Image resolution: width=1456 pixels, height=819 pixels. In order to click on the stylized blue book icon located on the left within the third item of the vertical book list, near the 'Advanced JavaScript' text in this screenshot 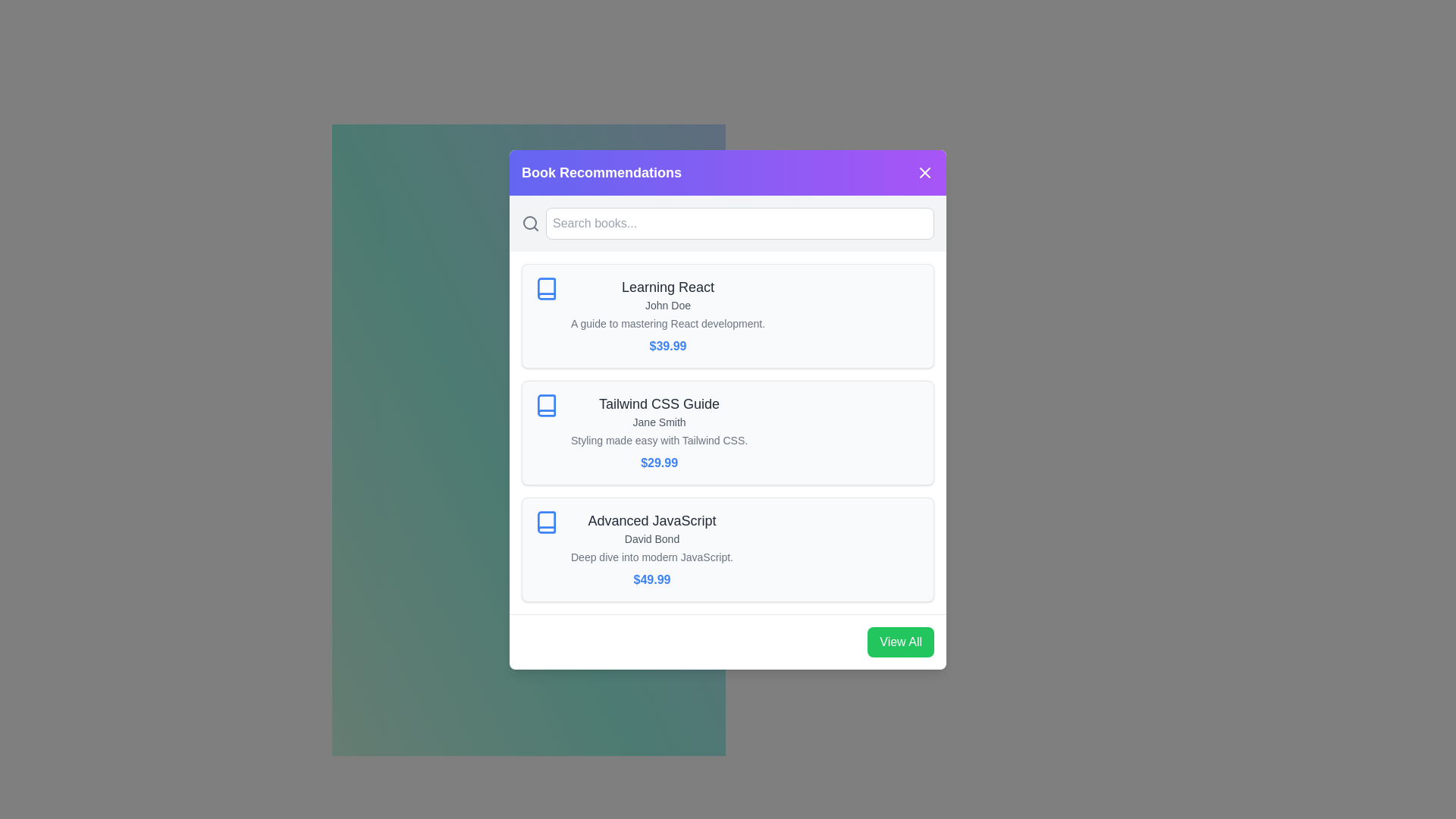, I will do `click(546, 521)`.